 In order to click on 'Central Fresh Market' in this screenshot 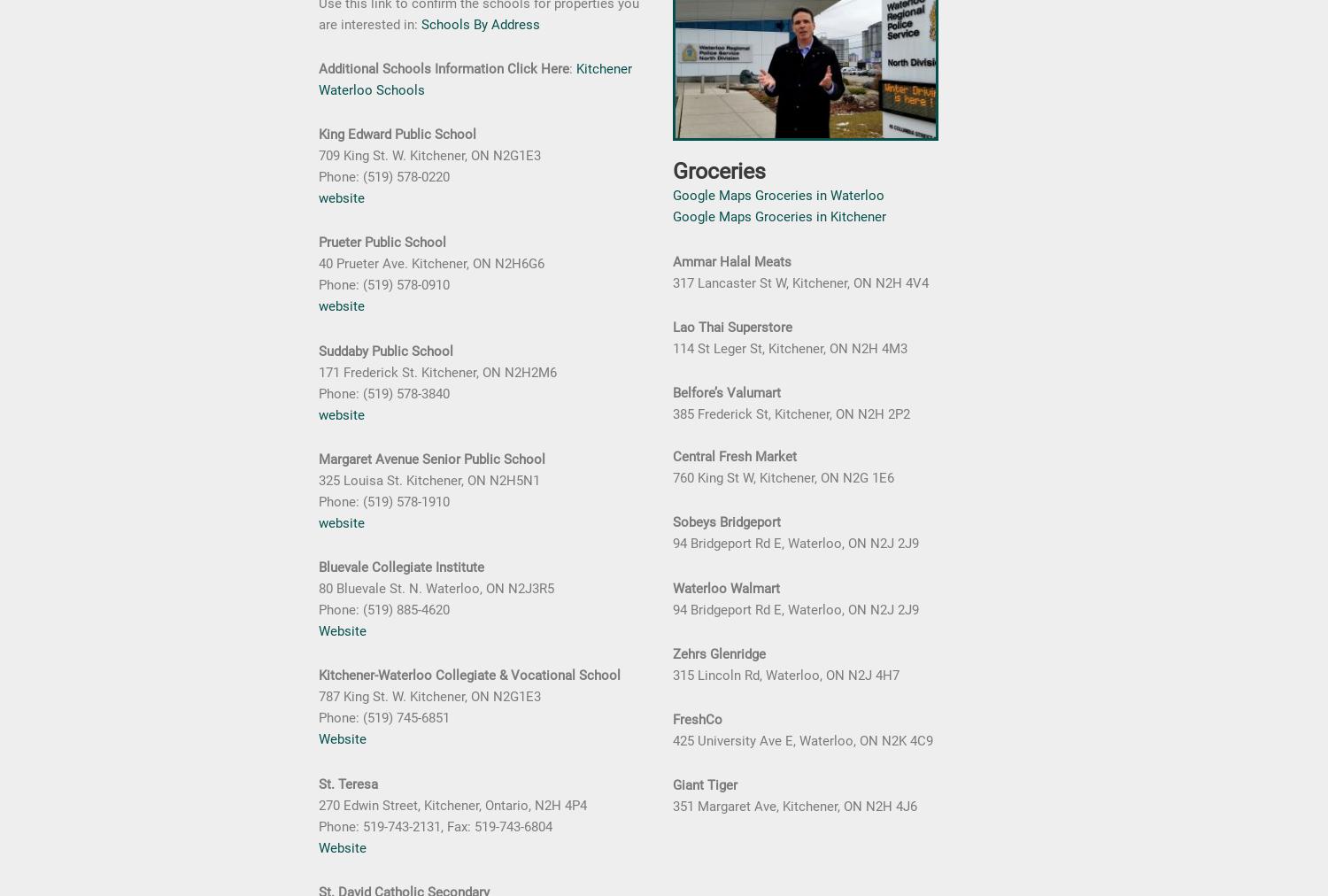, I will do `click(673, 456)`.